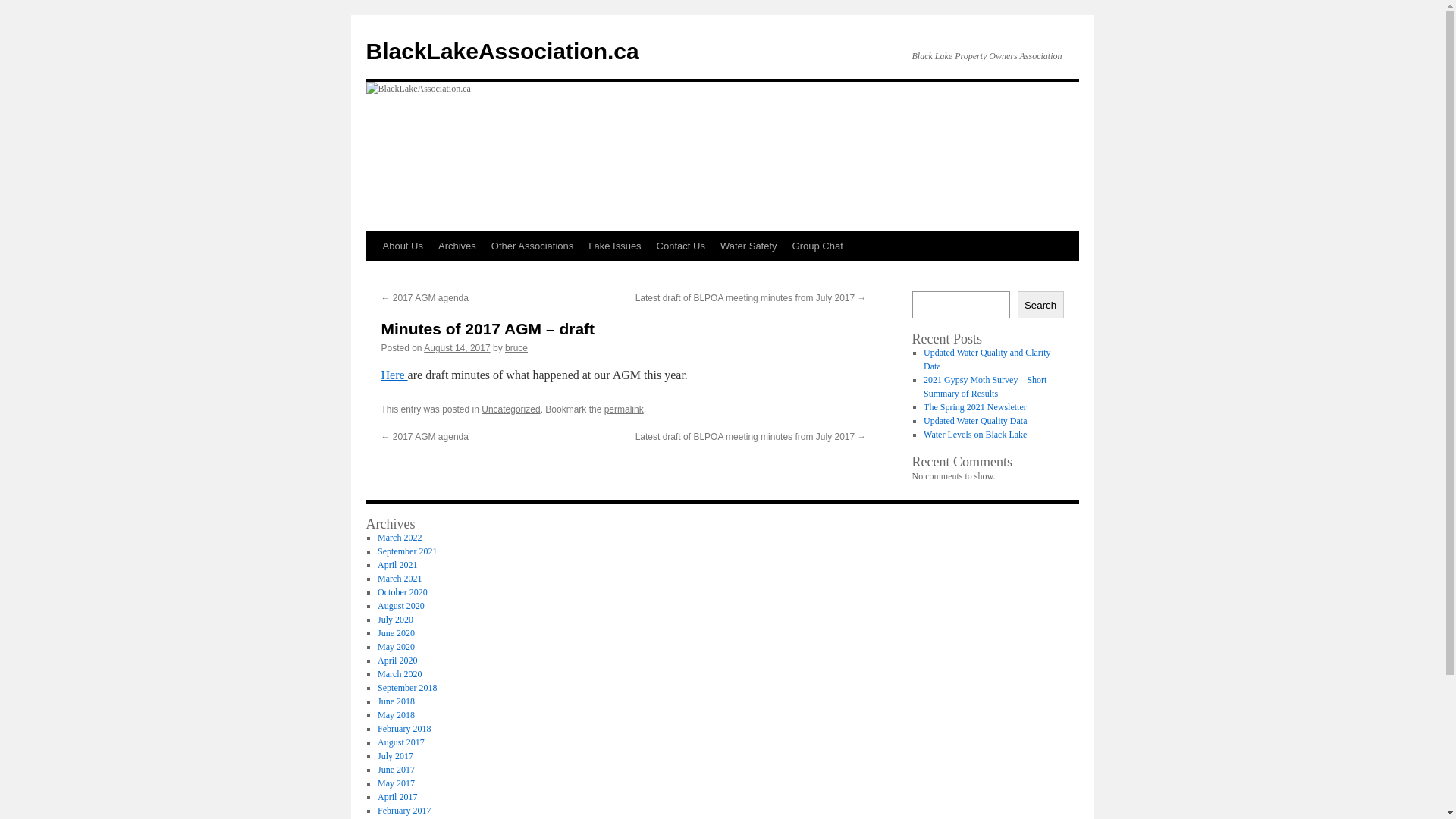 This screenshot has width=1456, height=819. Describe the element at coordinates (1040, 304) in the screenshot. I see `'Search'` at that location.